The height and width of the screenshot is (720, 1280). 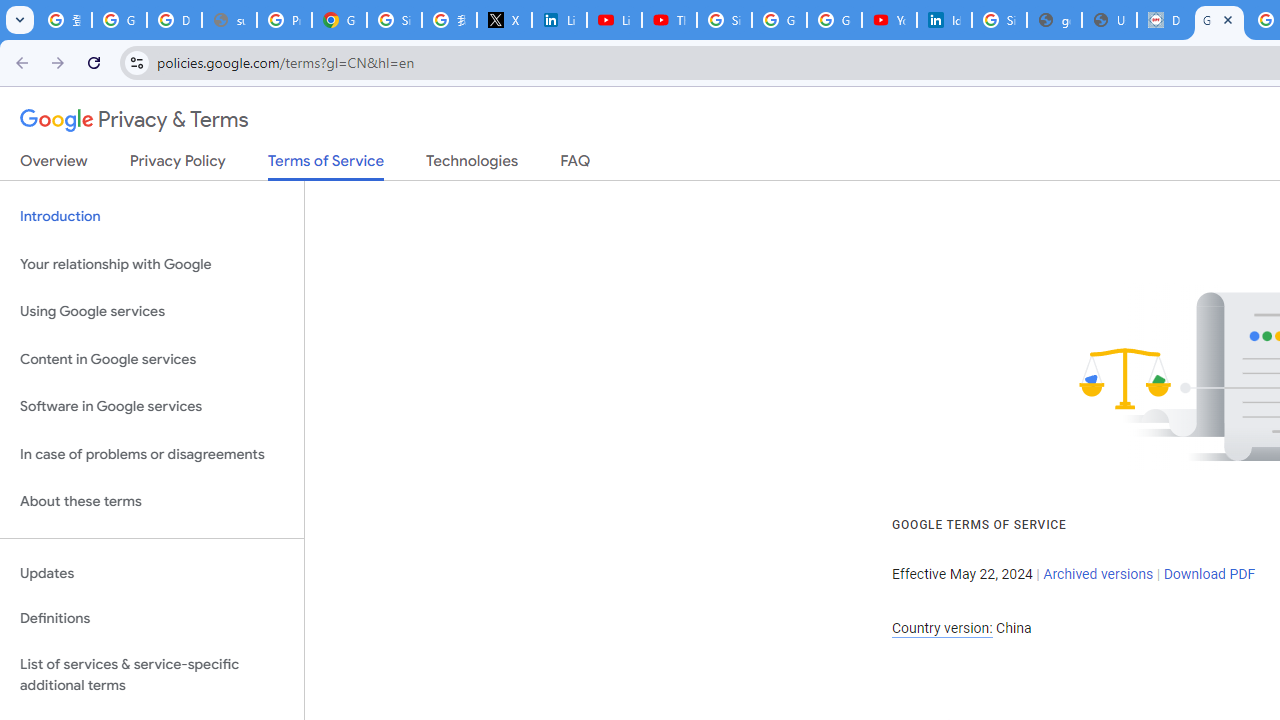 I want to click on 'Software in Google services', so click(x=151, y=406).